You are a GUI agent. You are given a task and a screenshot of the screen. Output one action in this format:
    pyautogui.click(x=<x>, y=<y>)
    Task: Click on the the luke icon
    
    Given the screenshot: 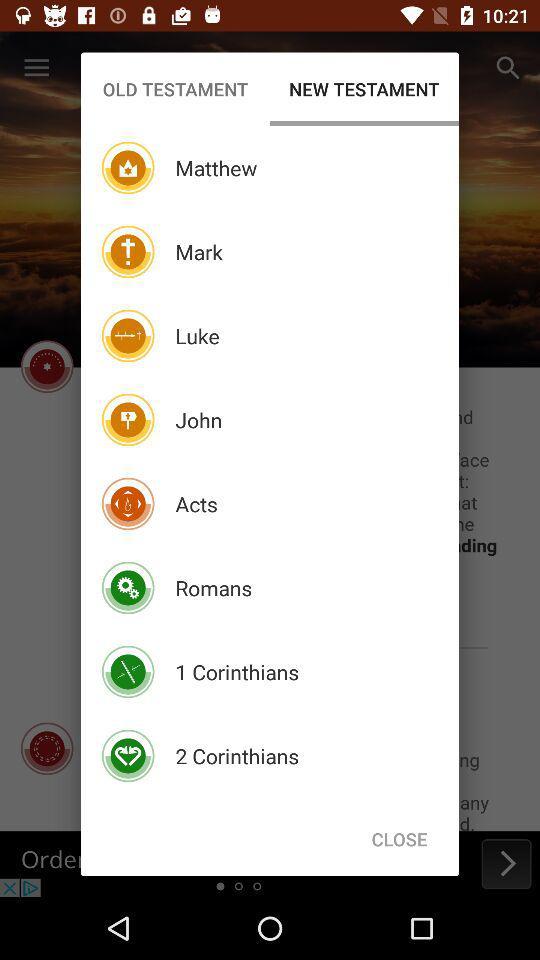 What is the action you would take?
    pyautogui.click(x=197, y=336)
    